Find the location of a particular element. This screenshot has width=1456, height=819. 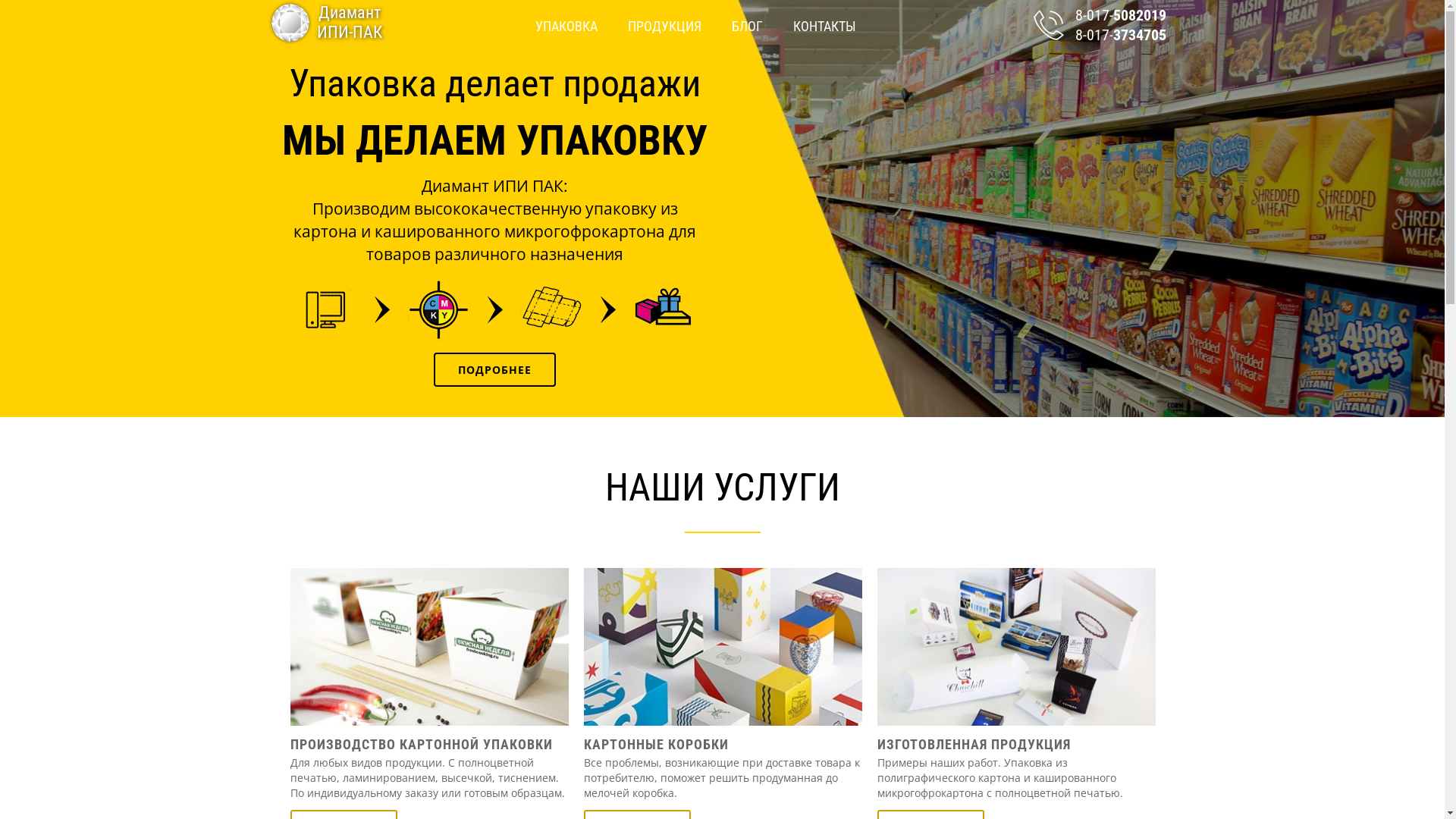

'8-017-5082019' is located at coordinates (1105, 15).